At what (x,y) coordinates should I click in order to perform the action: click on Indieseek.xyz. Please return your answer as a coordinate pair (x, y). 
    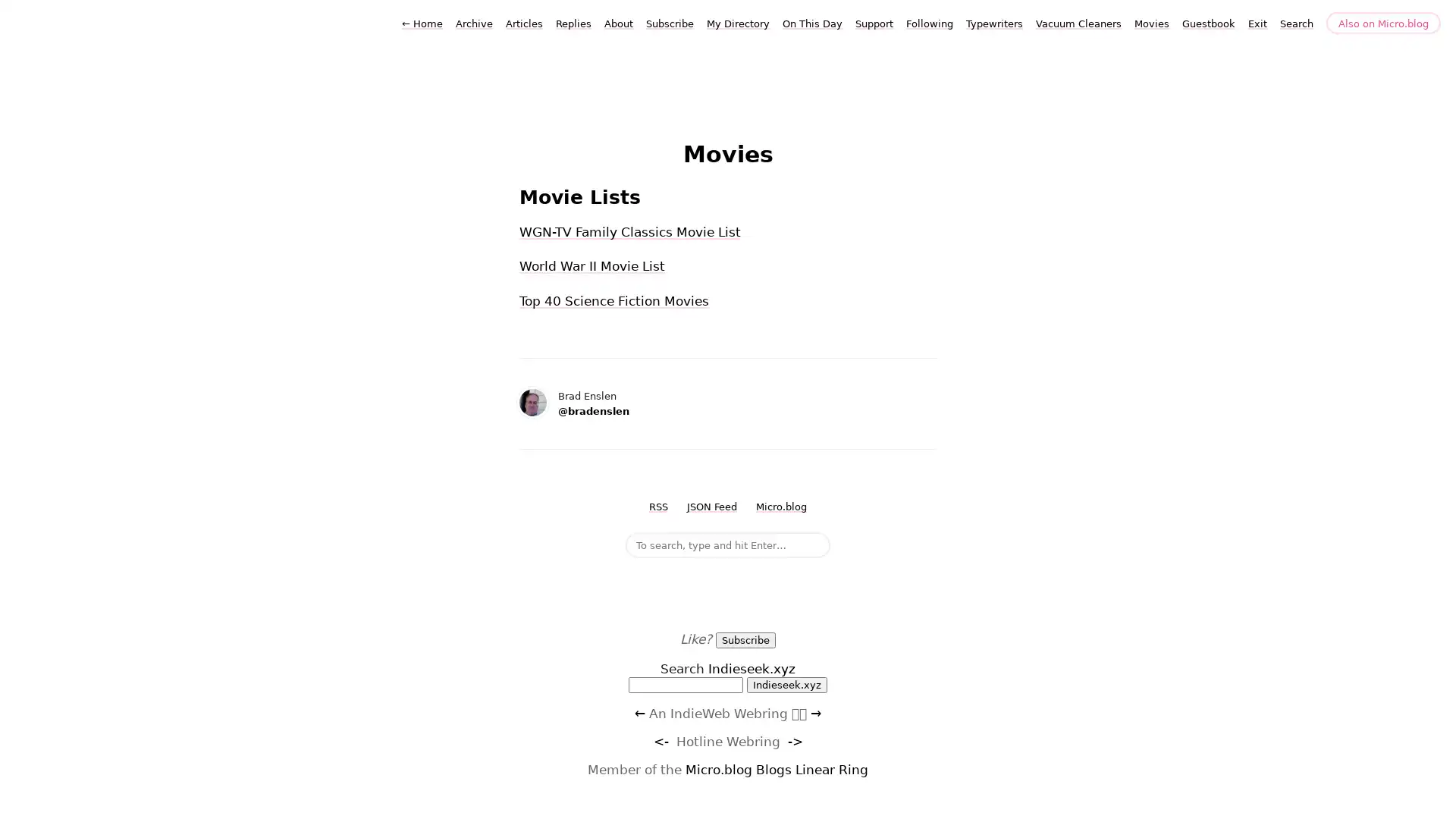
    Looking at the image, I should click on (786, 685).